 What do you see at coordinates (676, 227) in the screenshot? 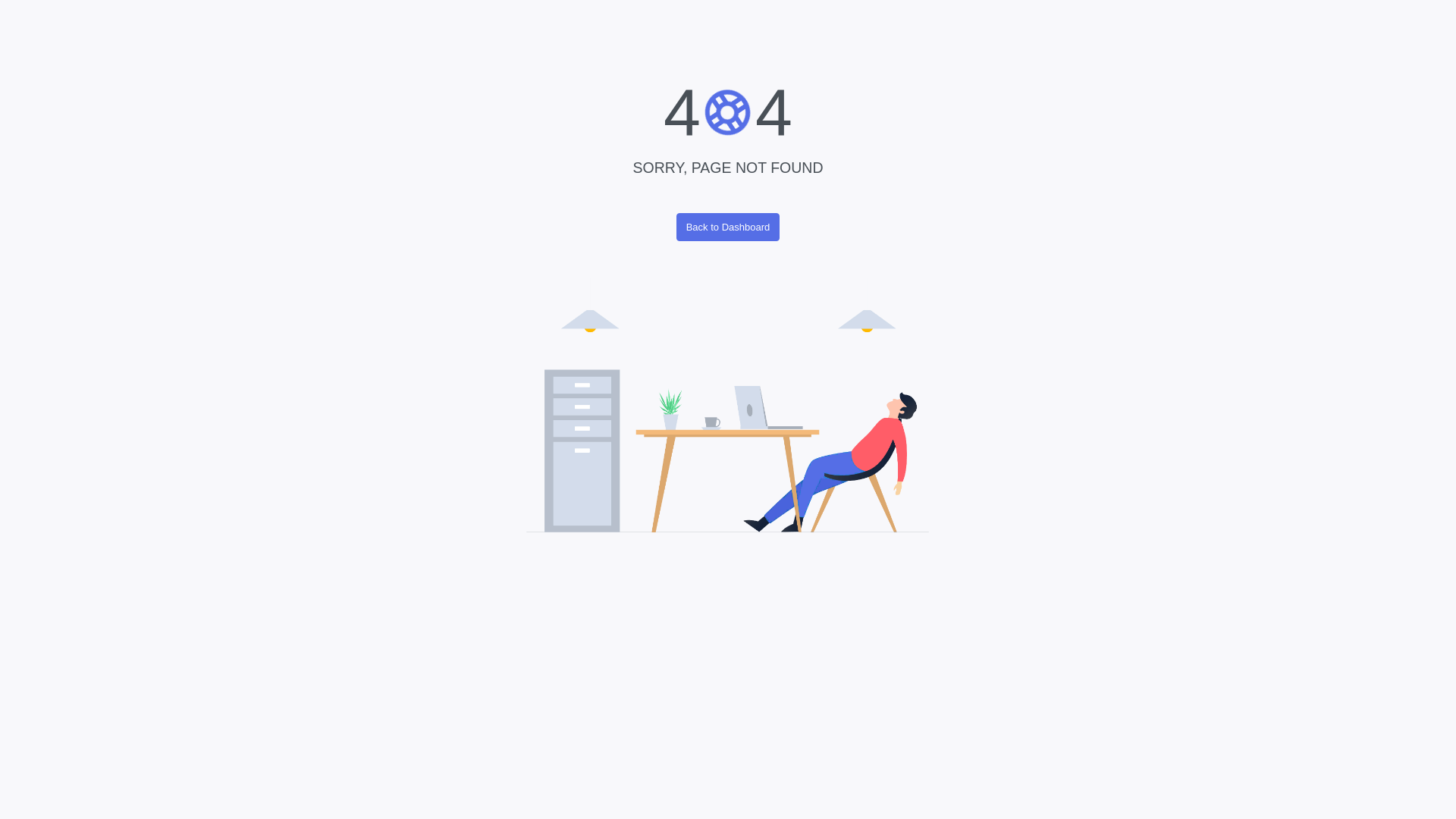
I see `'Back to Dashboard'` at bounding box center [676, 227].